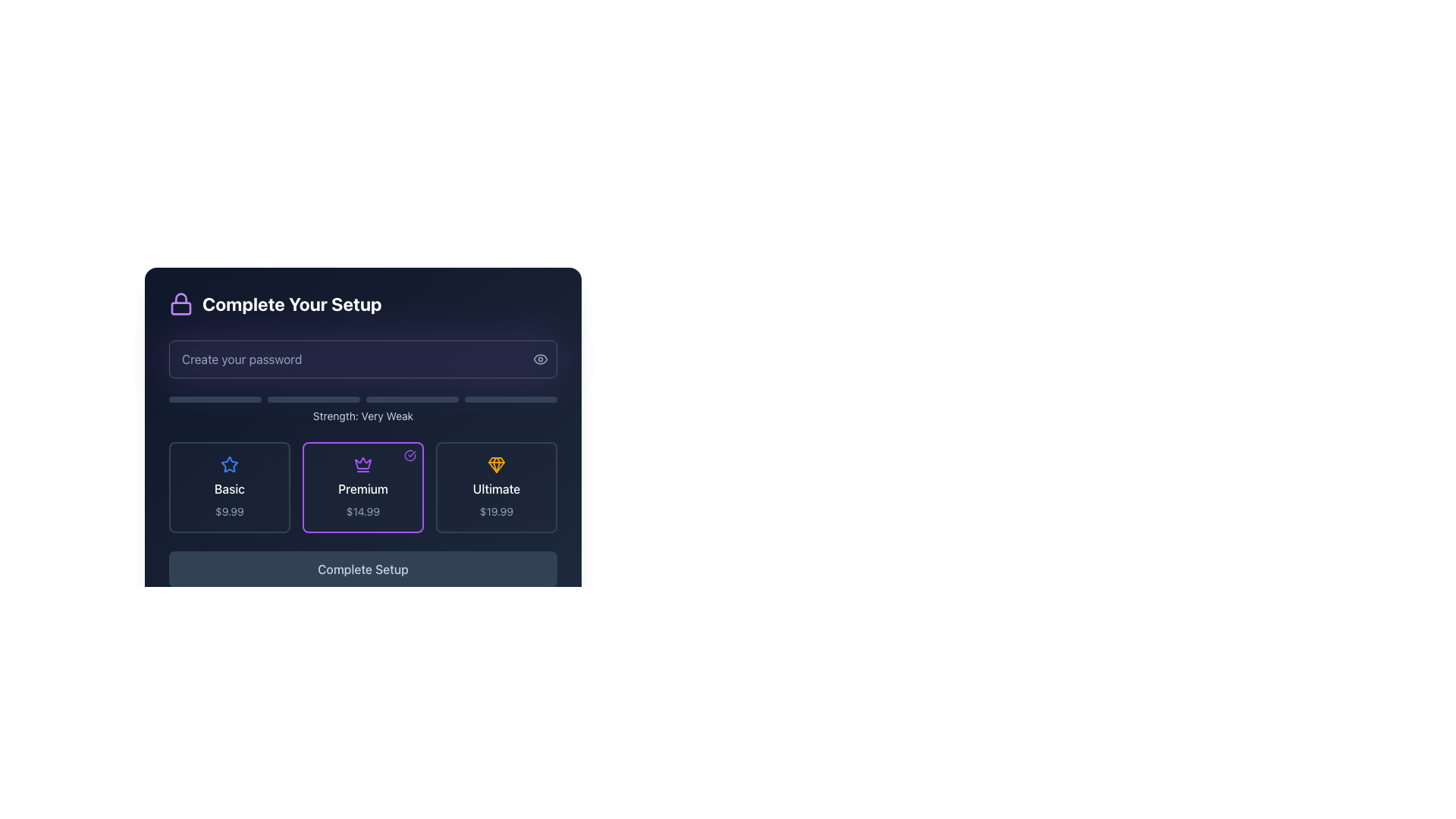 Image resolution: width=1456 pixels, height=819 pixels. Describe the element at coordinates (496, 488) in the screenshot. I see `the 'Ultimate' subscription button, which is the rightmost block in the subscription options grid featuring an amber gem icon and the text 'Ultimate' in bold white font` at that location.